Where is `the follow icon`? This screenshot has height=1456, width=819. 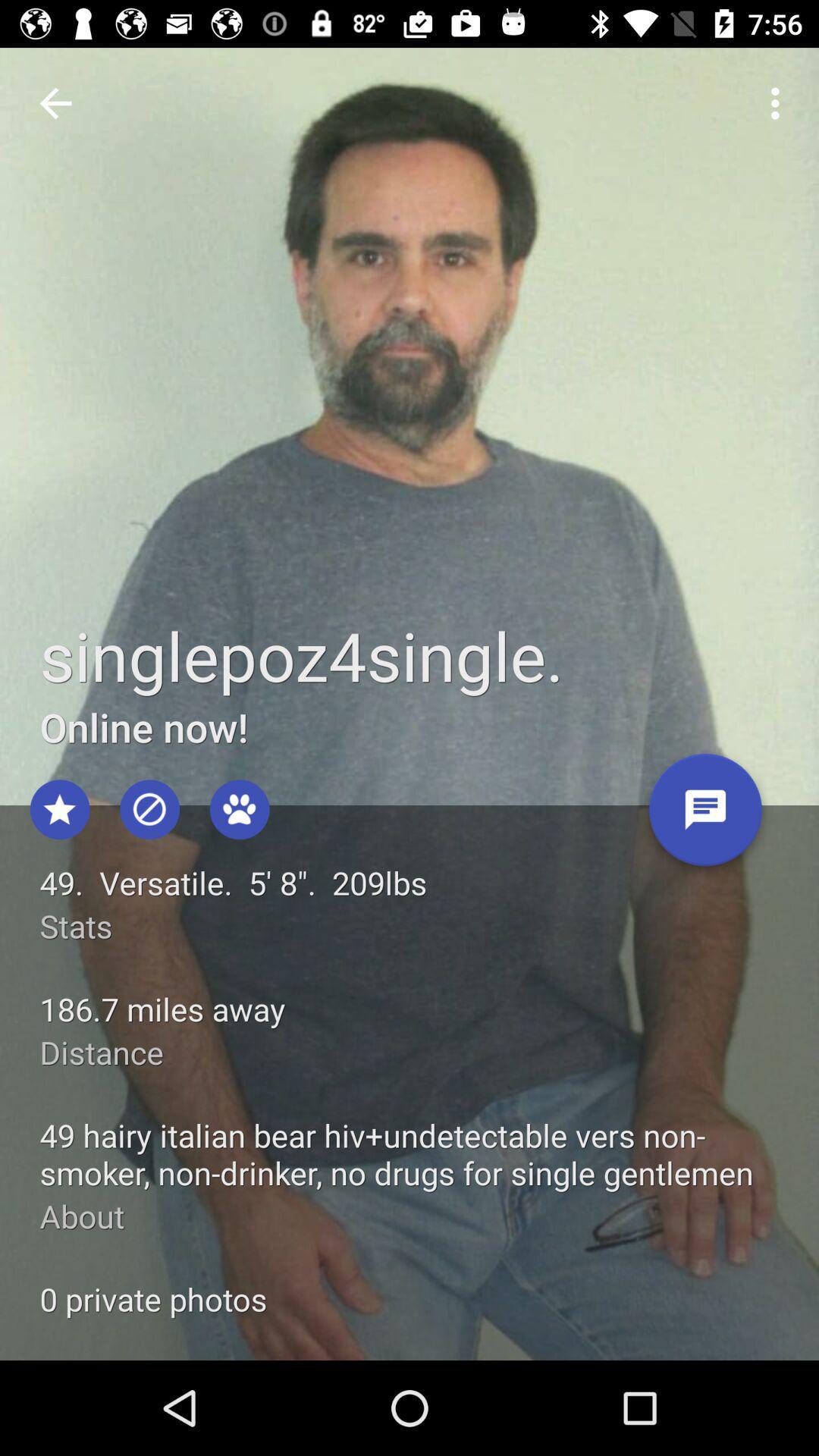 the follow icon is located at coordinates (239, 808).